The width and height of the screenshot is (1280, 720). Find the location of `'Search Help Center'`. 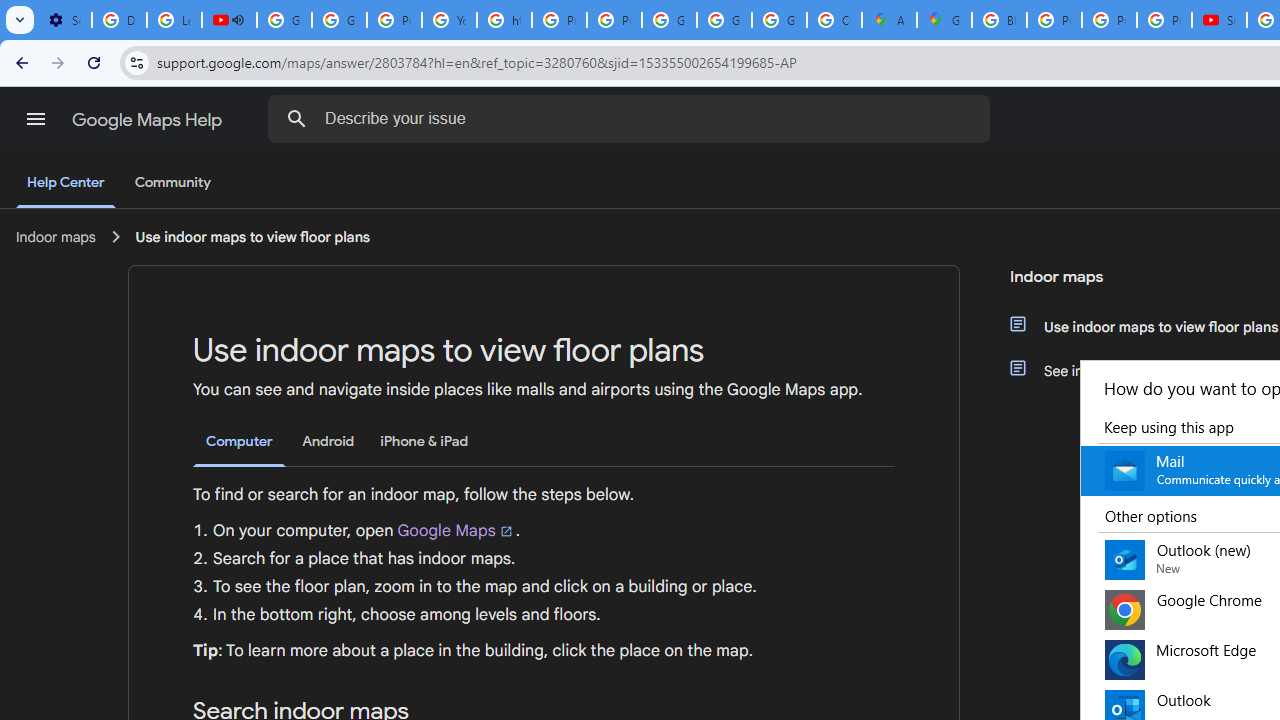

'Search Help Center' is located at coordinates (296, 118).